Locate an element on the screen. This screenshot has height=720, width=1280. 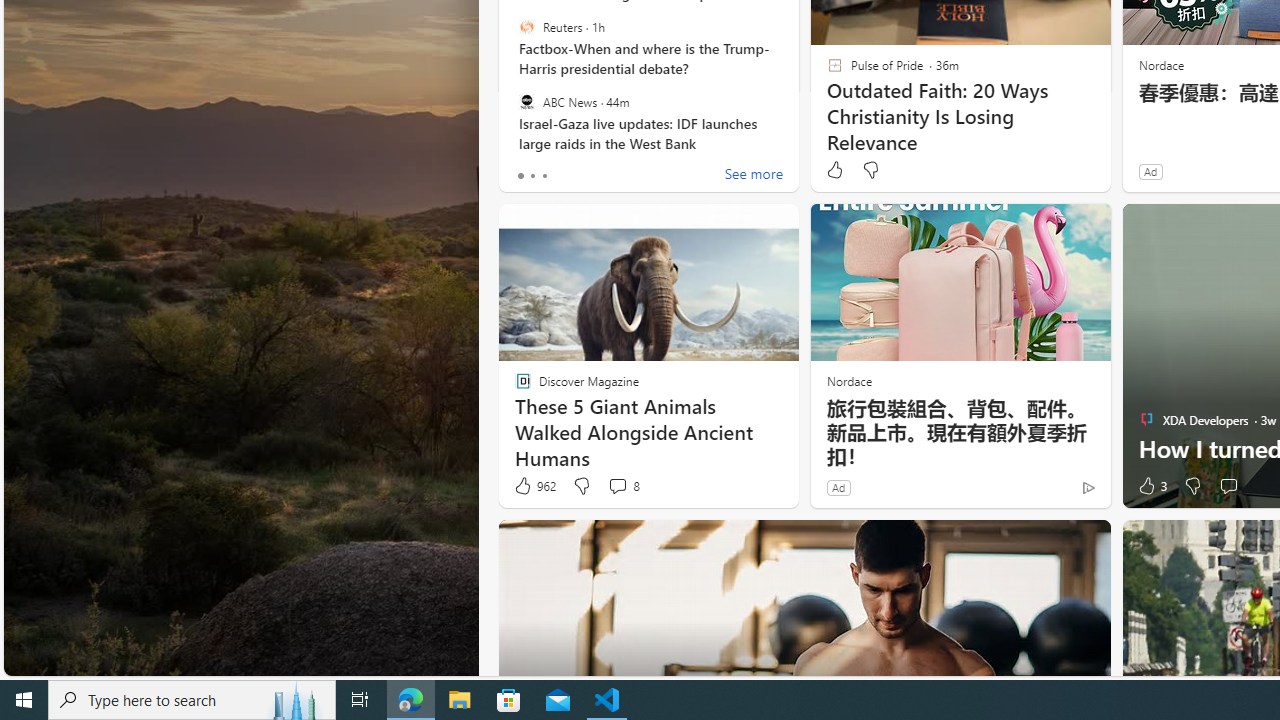
'Ad' is located at coordinates (838, 487).